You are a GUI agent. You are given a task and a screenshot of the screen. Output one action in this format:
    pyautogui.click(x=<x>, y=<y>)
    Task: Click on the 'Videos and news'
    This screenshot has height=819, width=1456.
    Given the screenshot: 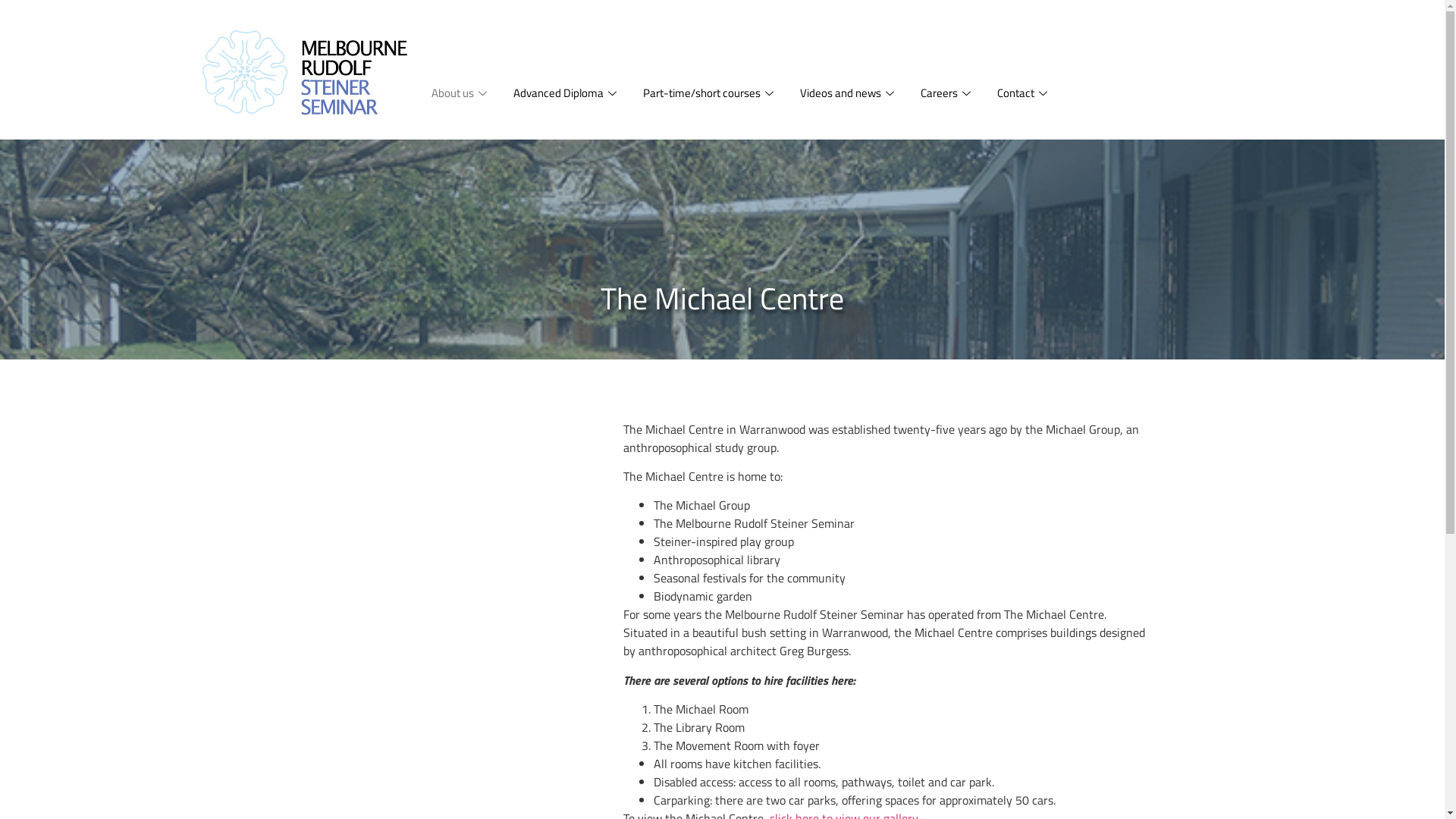 What is the action you would take?
    pyautogui.click(x=848, y=93)
    